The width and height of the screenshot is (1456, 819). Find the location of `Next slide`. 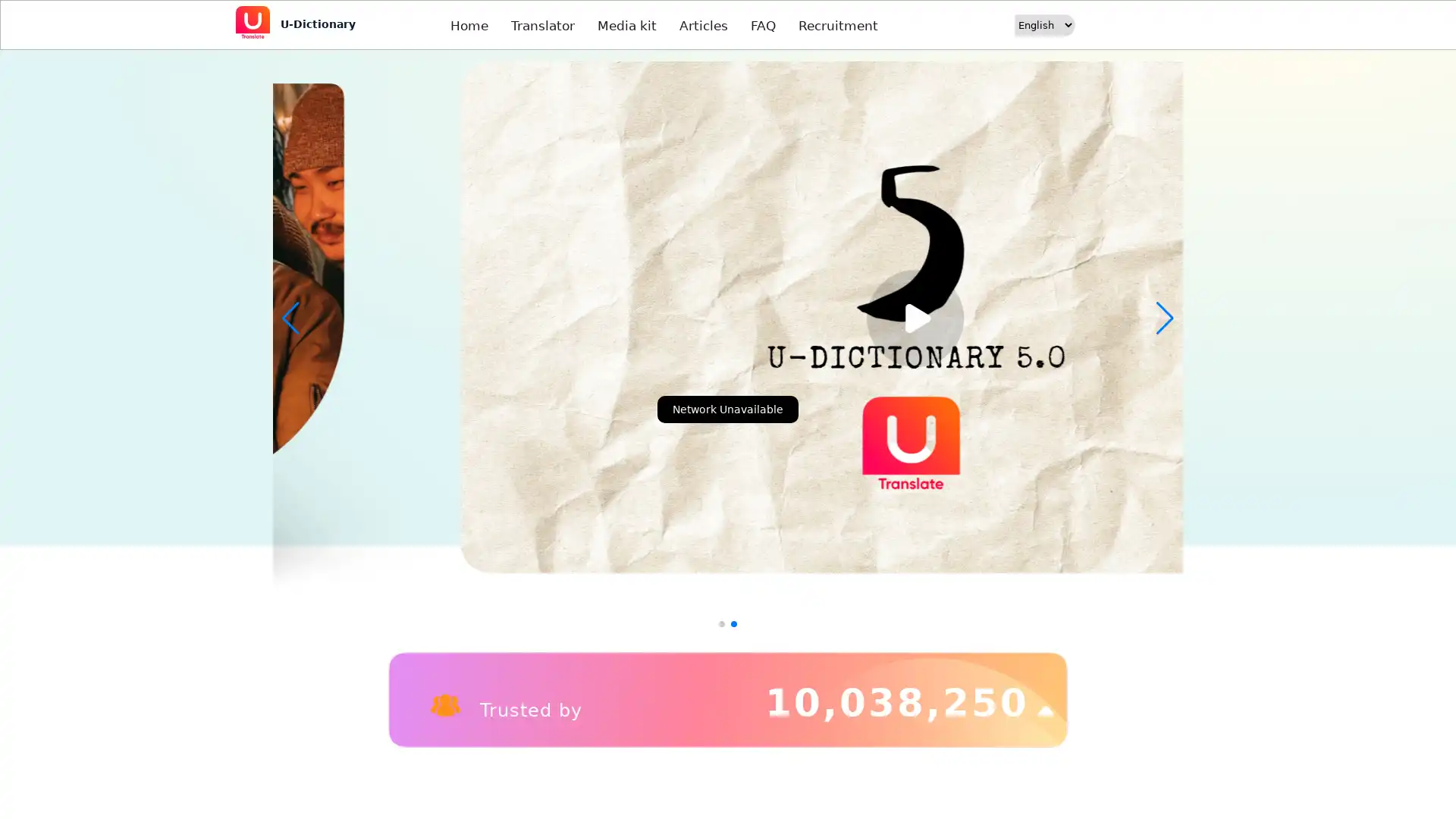

Next slide is located at coordinates (1164, 318).